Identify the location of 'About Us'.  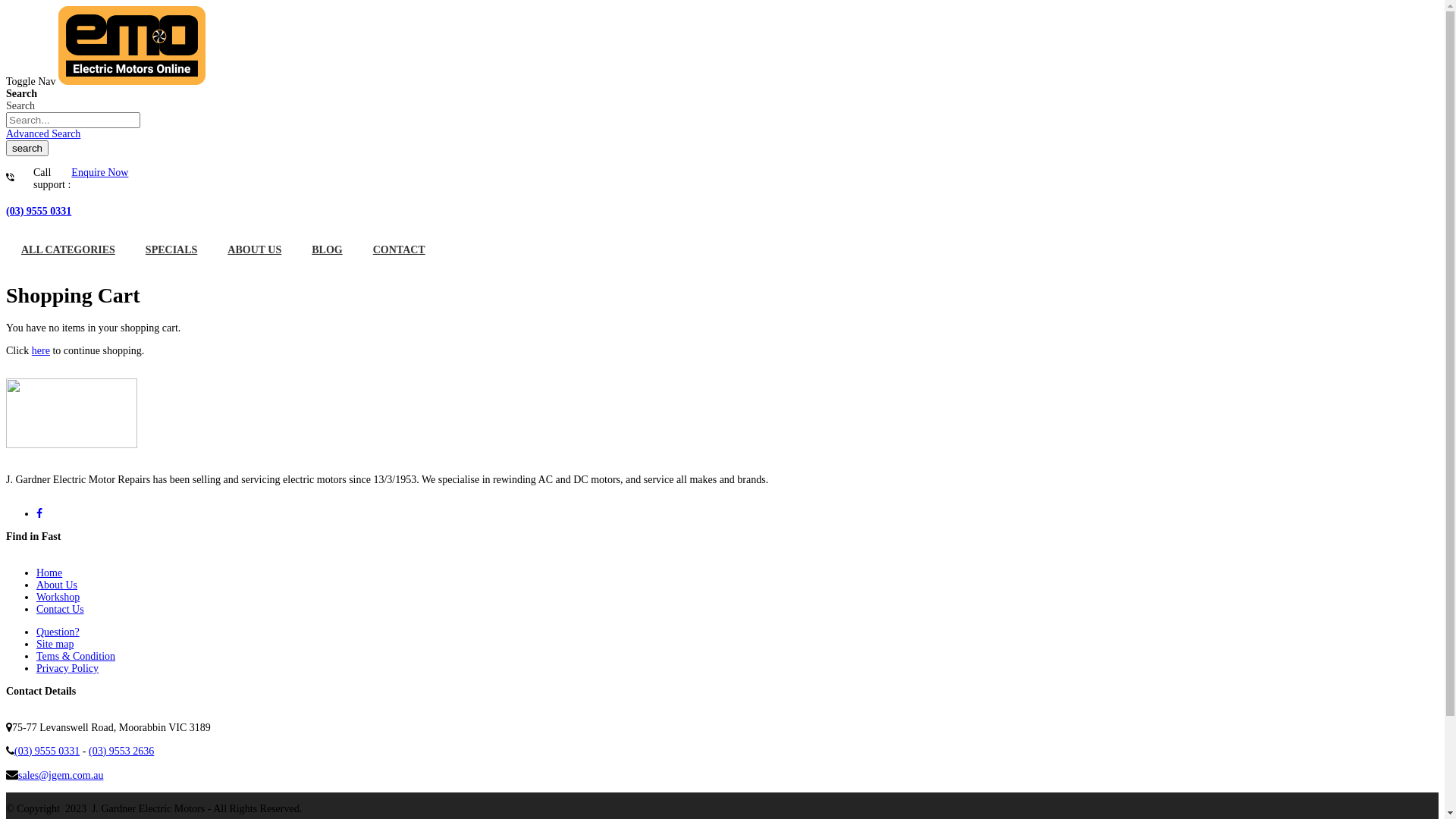
(57, 584).